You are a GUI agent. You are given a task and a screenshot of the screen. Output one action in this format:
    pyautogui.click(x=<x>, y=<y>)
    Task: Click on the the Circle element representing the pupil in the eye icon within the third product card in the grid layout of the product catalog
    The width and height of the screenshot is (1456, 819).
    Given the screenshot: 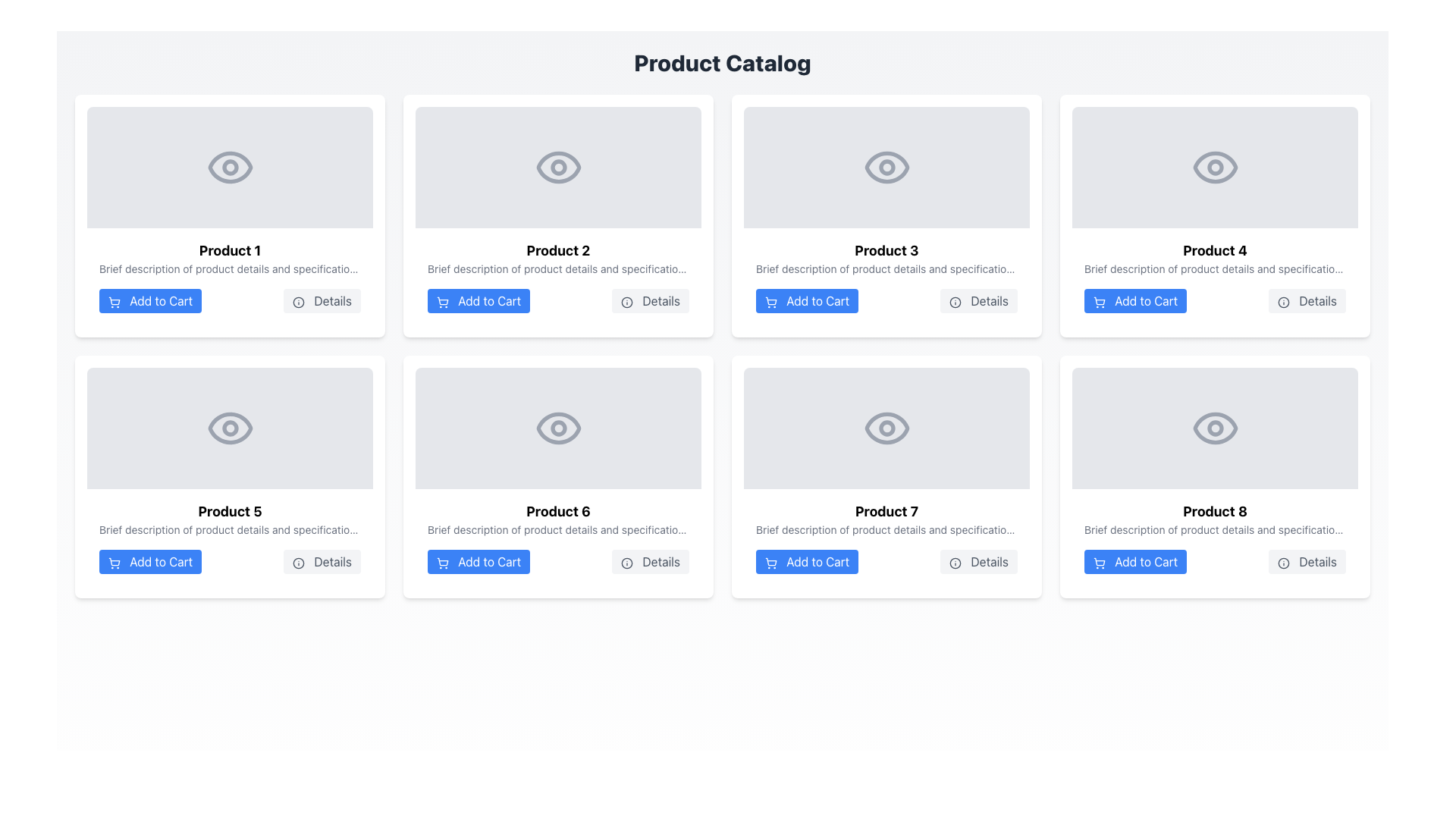 What is the action you would take?
    pyautogui.click(x=886, y=167)
    